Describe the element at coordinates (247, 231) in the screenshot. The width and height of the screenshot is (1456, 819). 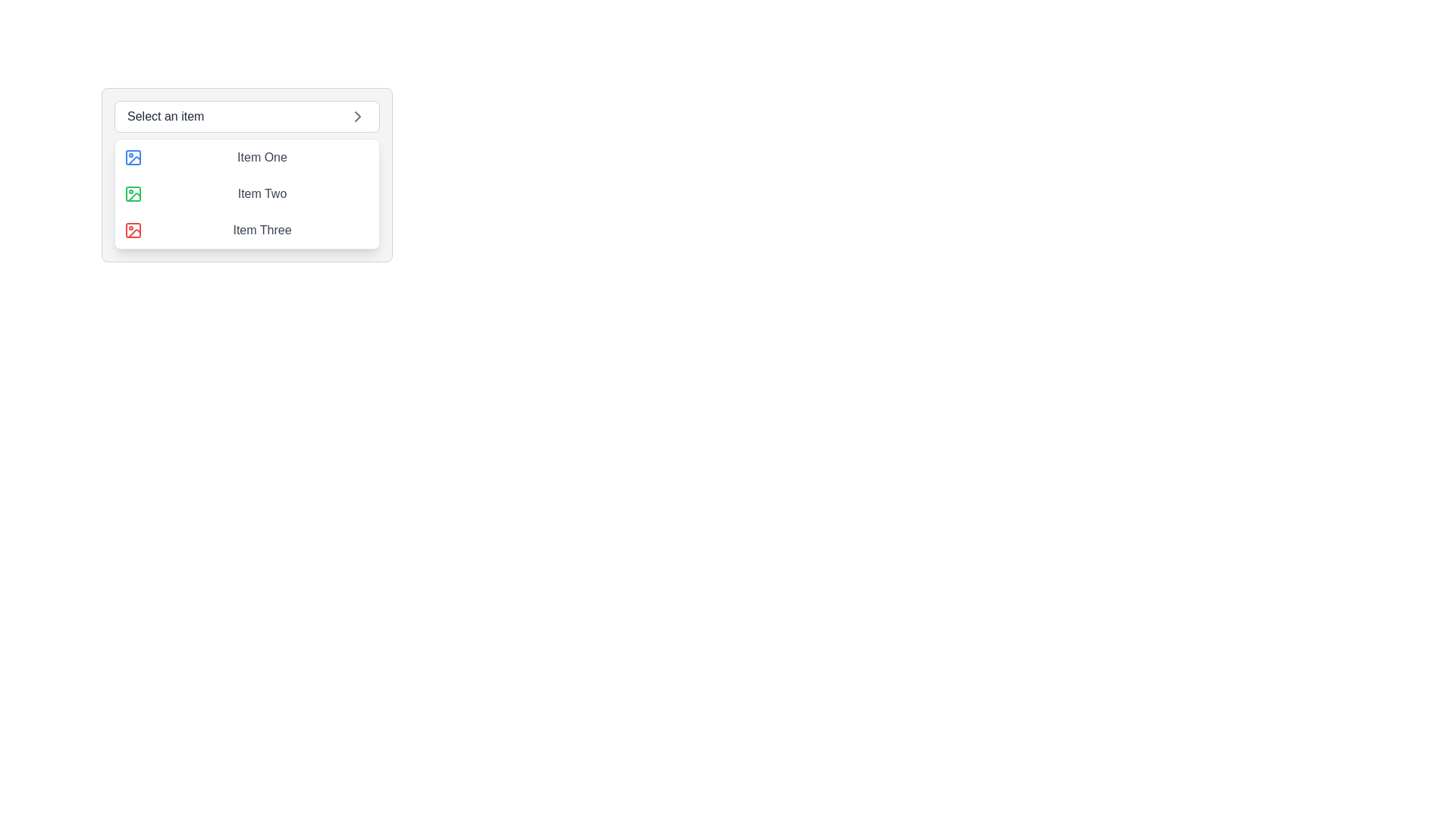
I see `the third selectable item in the dropdown menu` at that location.